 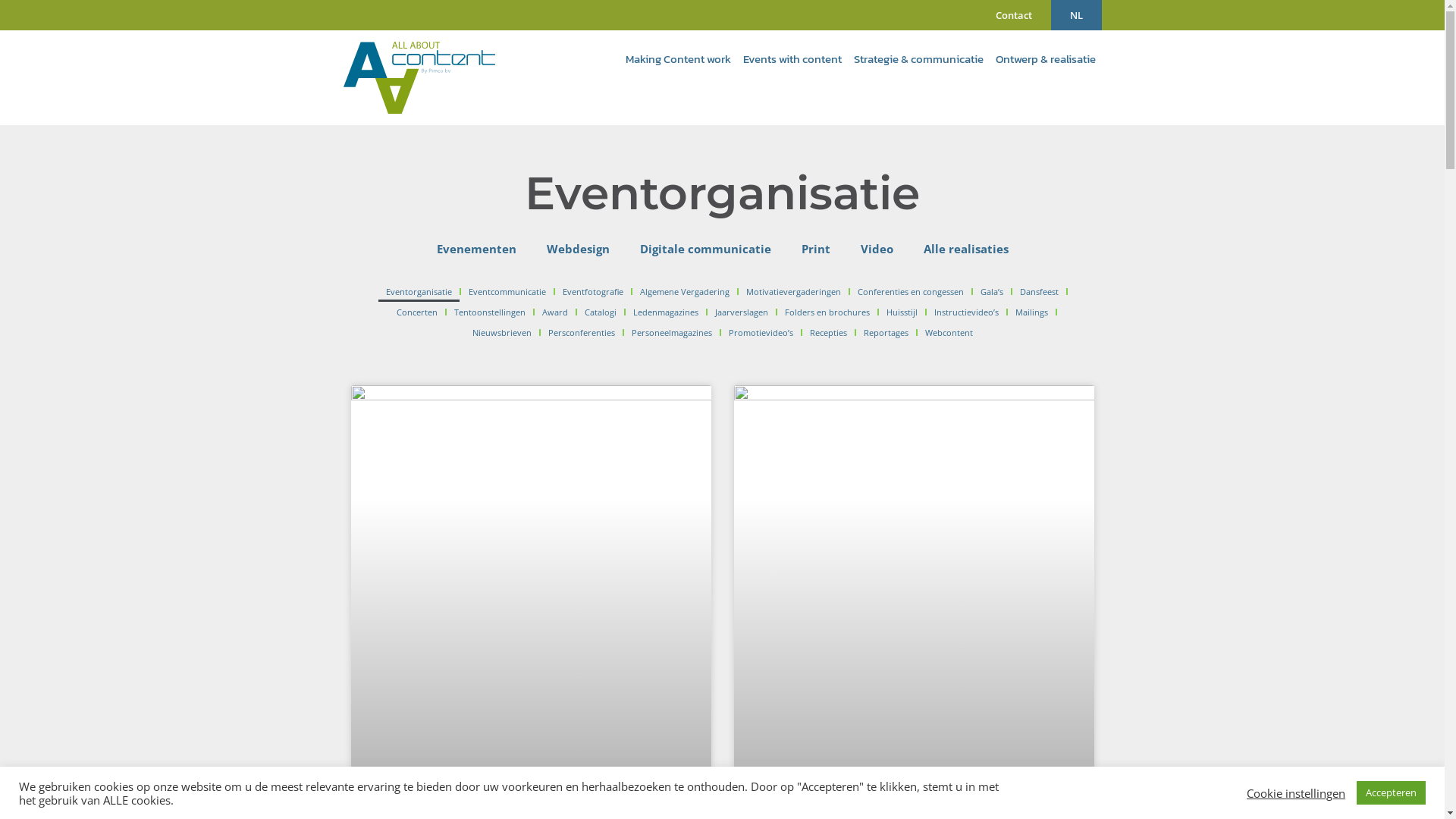 What do you see at coordinates (576, 247) in the screenshot?
I see `'Webdesign'` at bounding box center [576, 247].